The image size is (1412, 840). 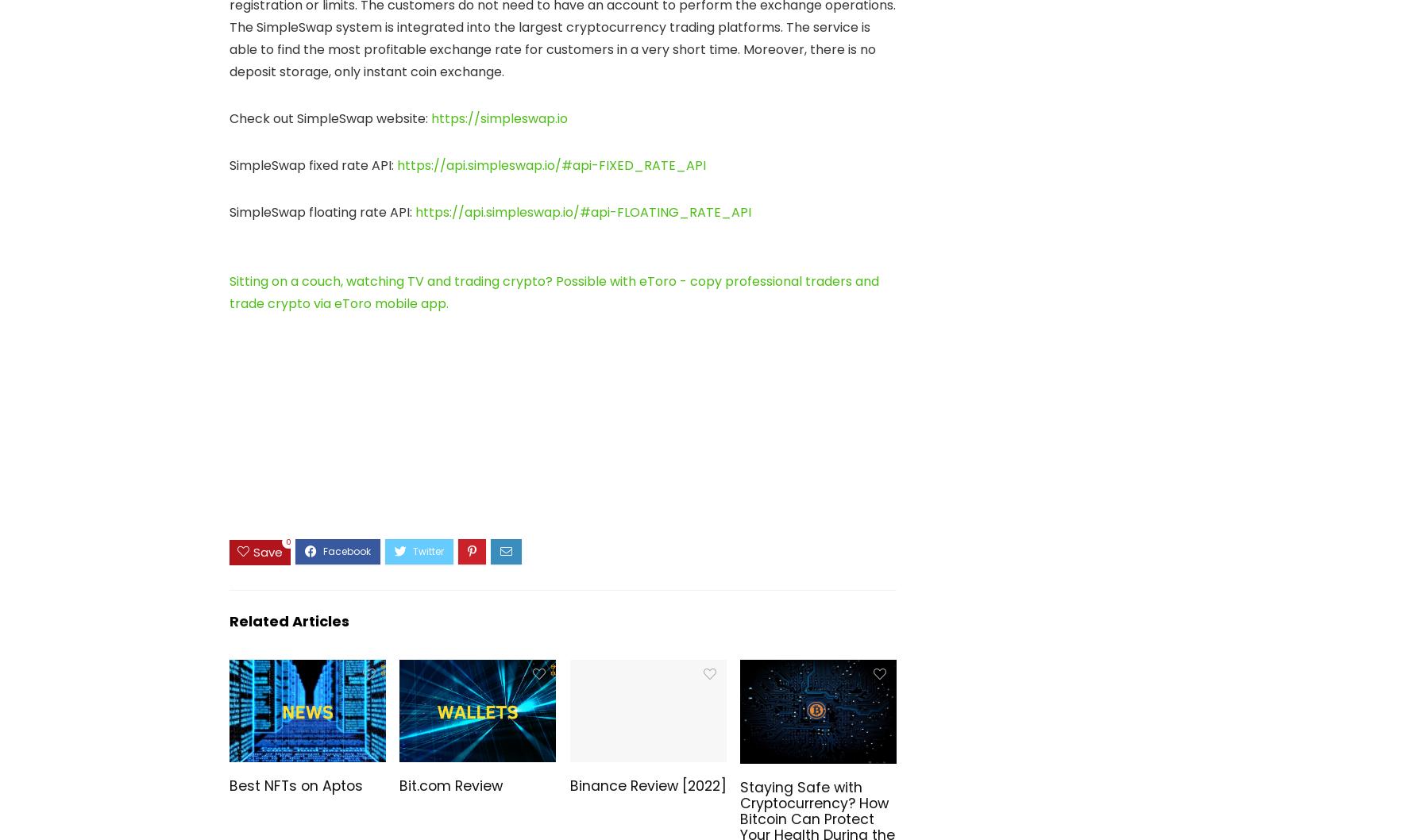 I want to click on 'Sitting on a couch, watching TV and trading crypto? Possible with eToro - copy professional traders and trade crypto via eToro mobile app.', so click(x=554, y=292).